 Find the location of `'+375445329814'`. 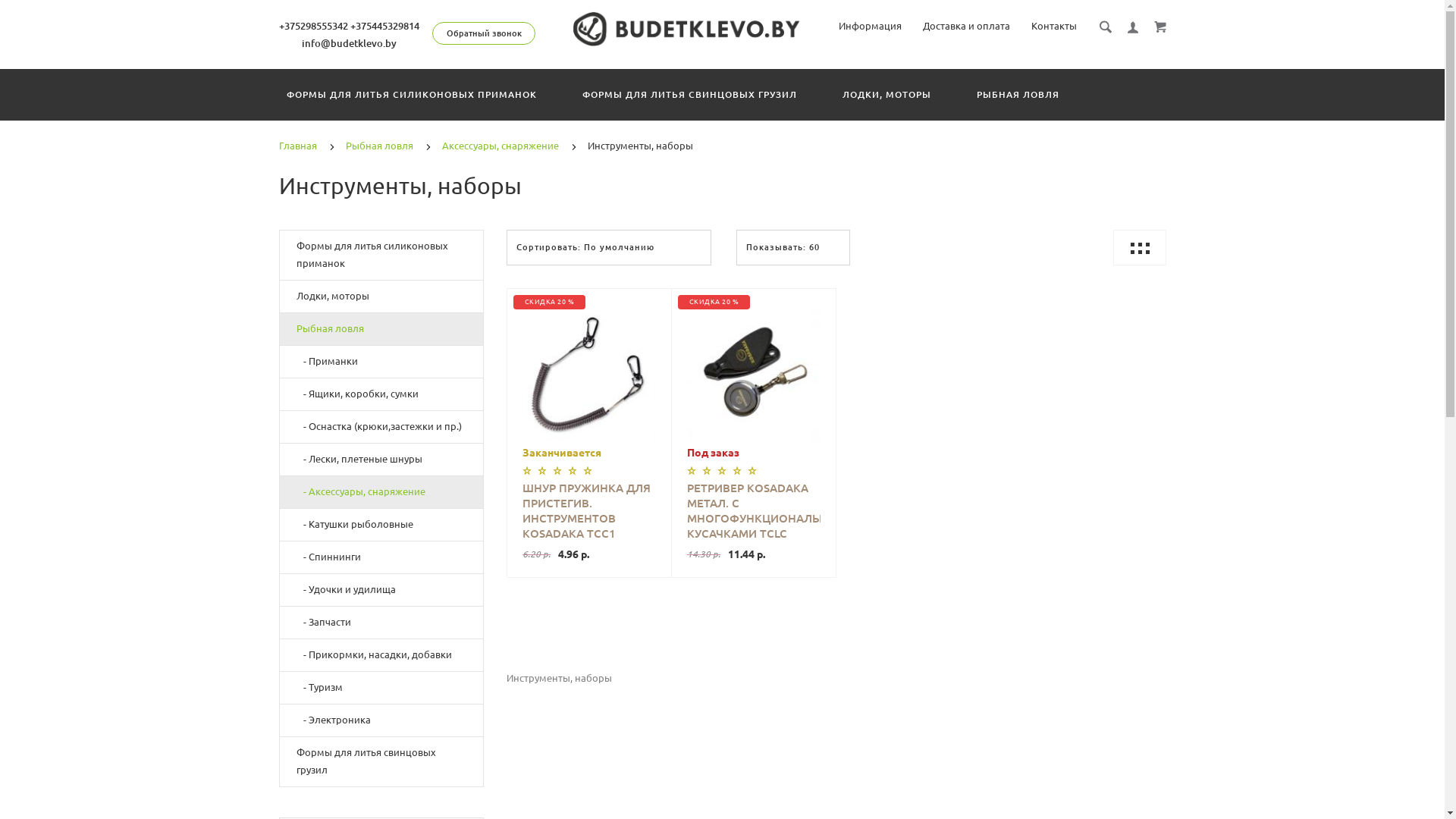

'+375445329814' is located at coordinates (384, 26).